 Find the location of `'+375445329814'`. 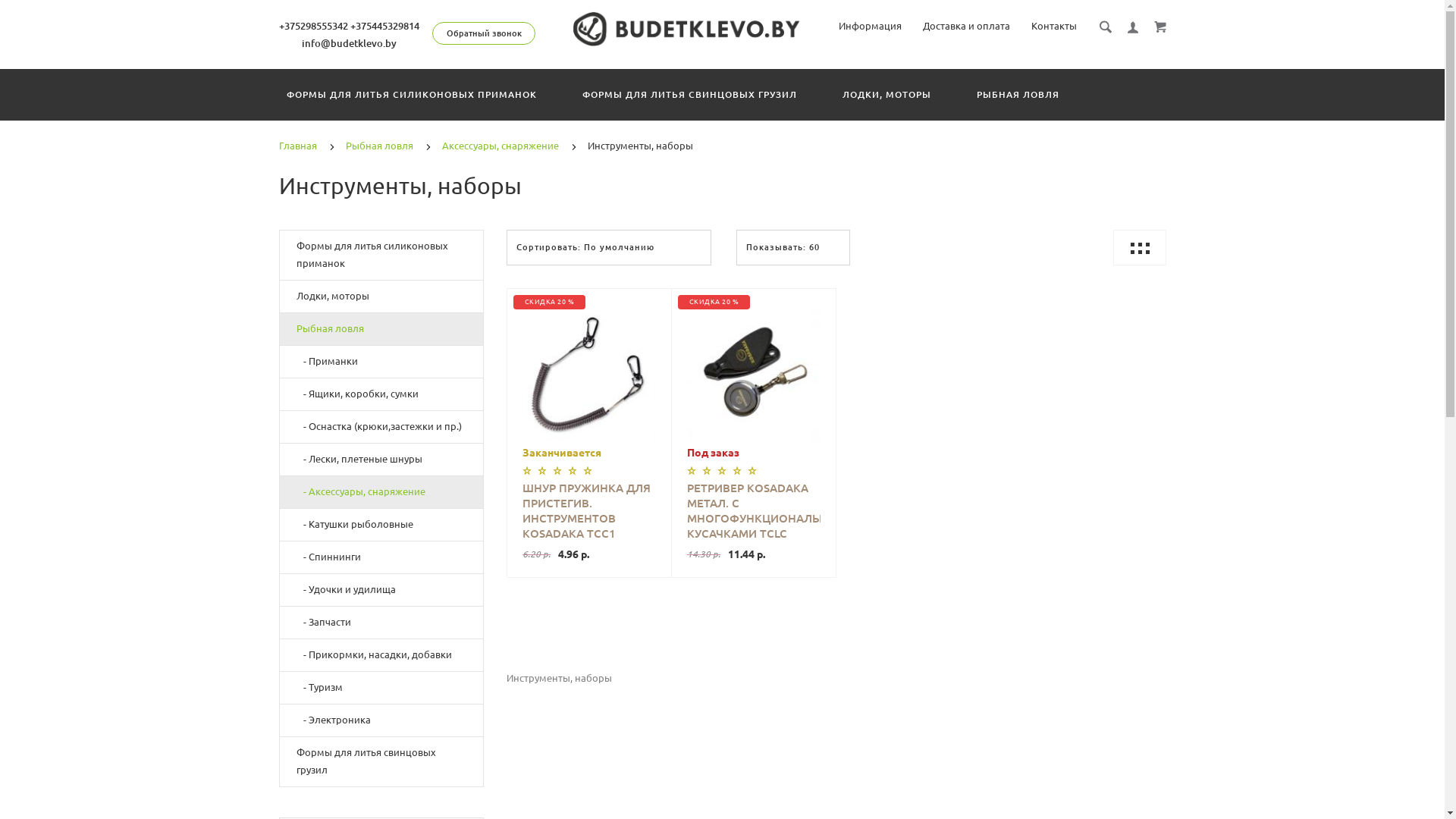

'+375445329814' is located at coordinates (384, 26).